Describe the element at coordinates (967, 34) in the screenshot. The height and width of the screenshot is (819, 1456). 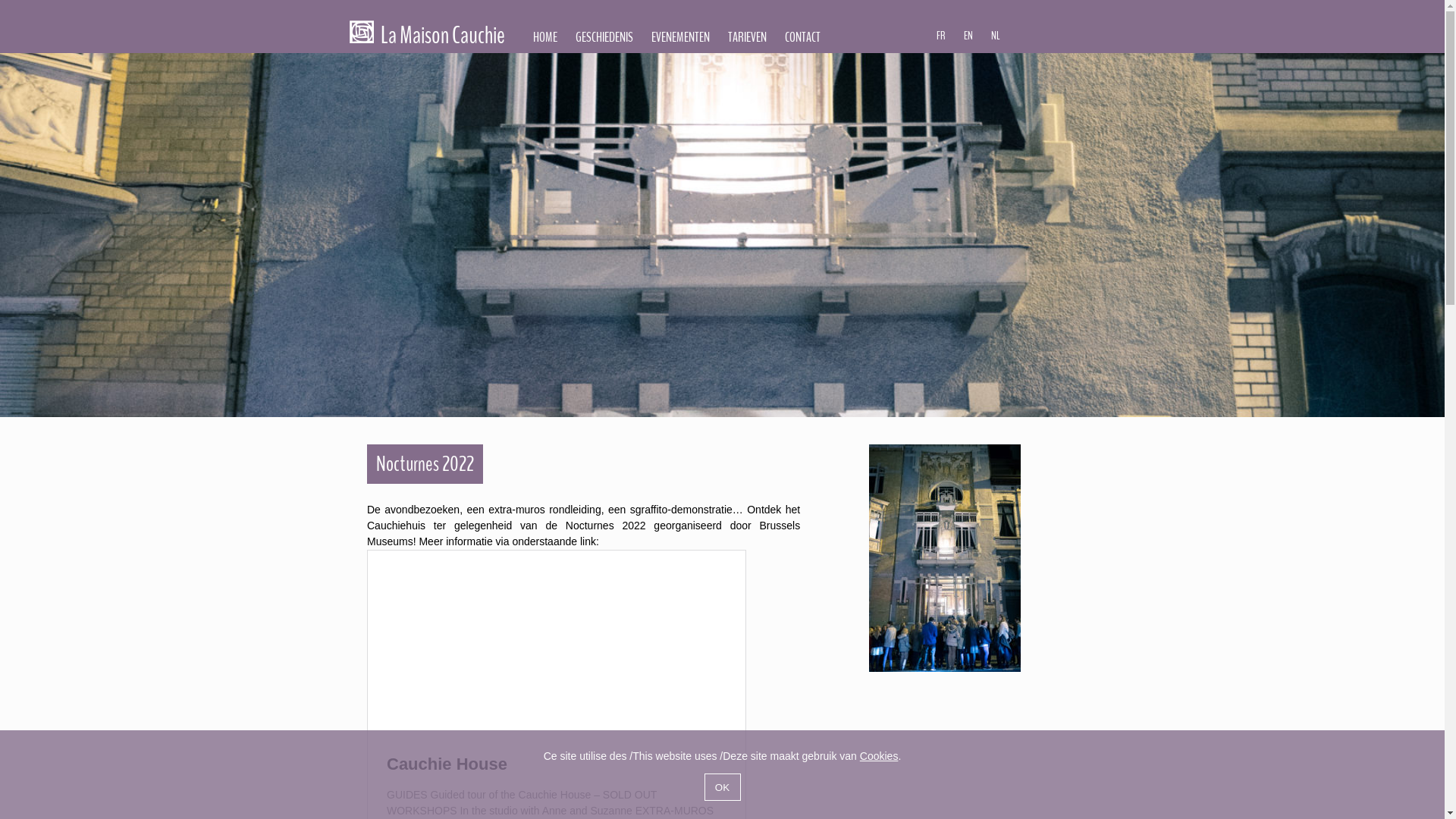
I see `'EN'` at that location.